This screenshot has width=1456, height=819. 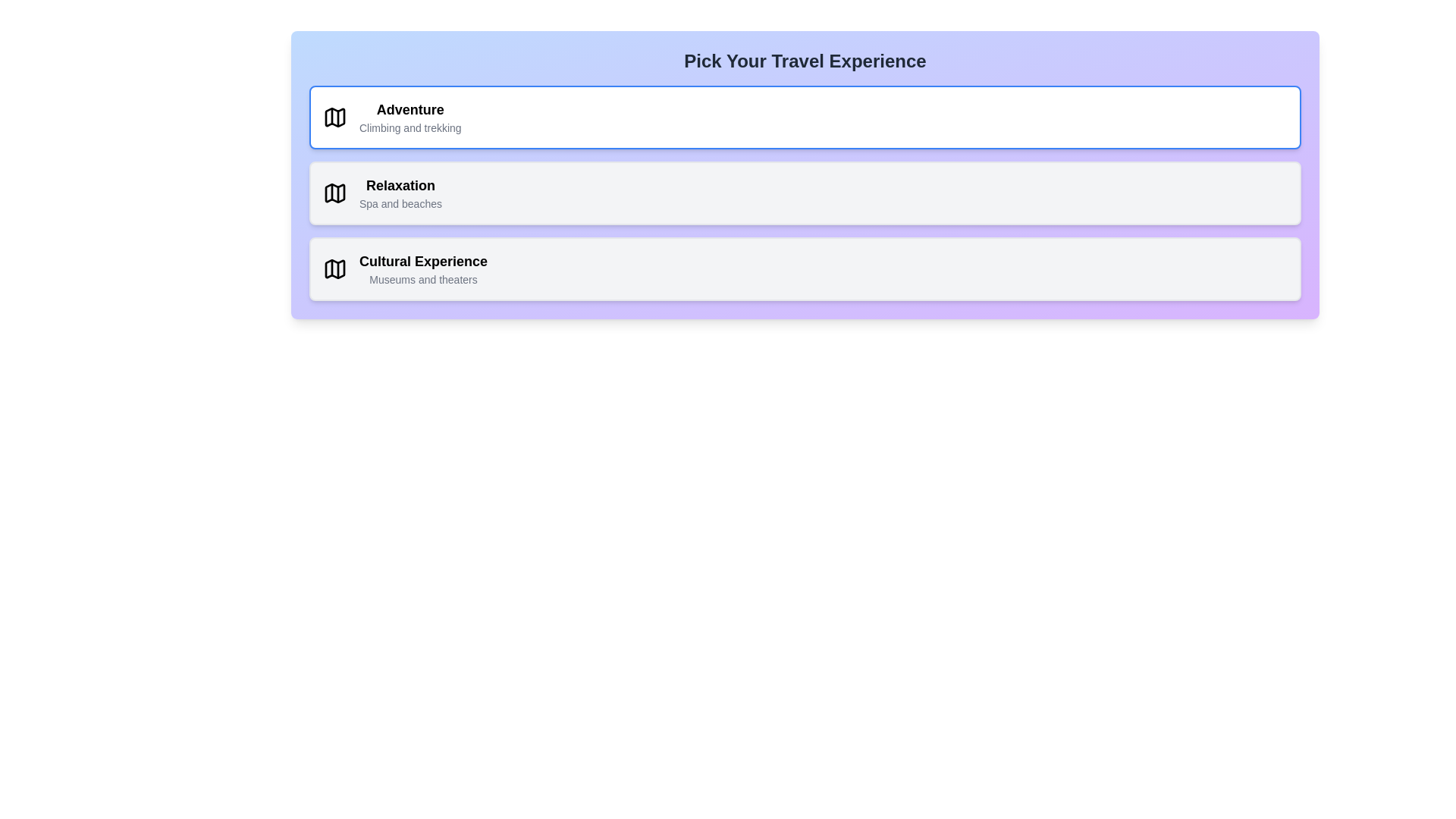 I want to click on the text label reading 'Spa and beaches', which is styled with a small font size and gray color, located directly below the 'Relaxation' label in the second card of the three-card layout, so click(x=400, y=203).